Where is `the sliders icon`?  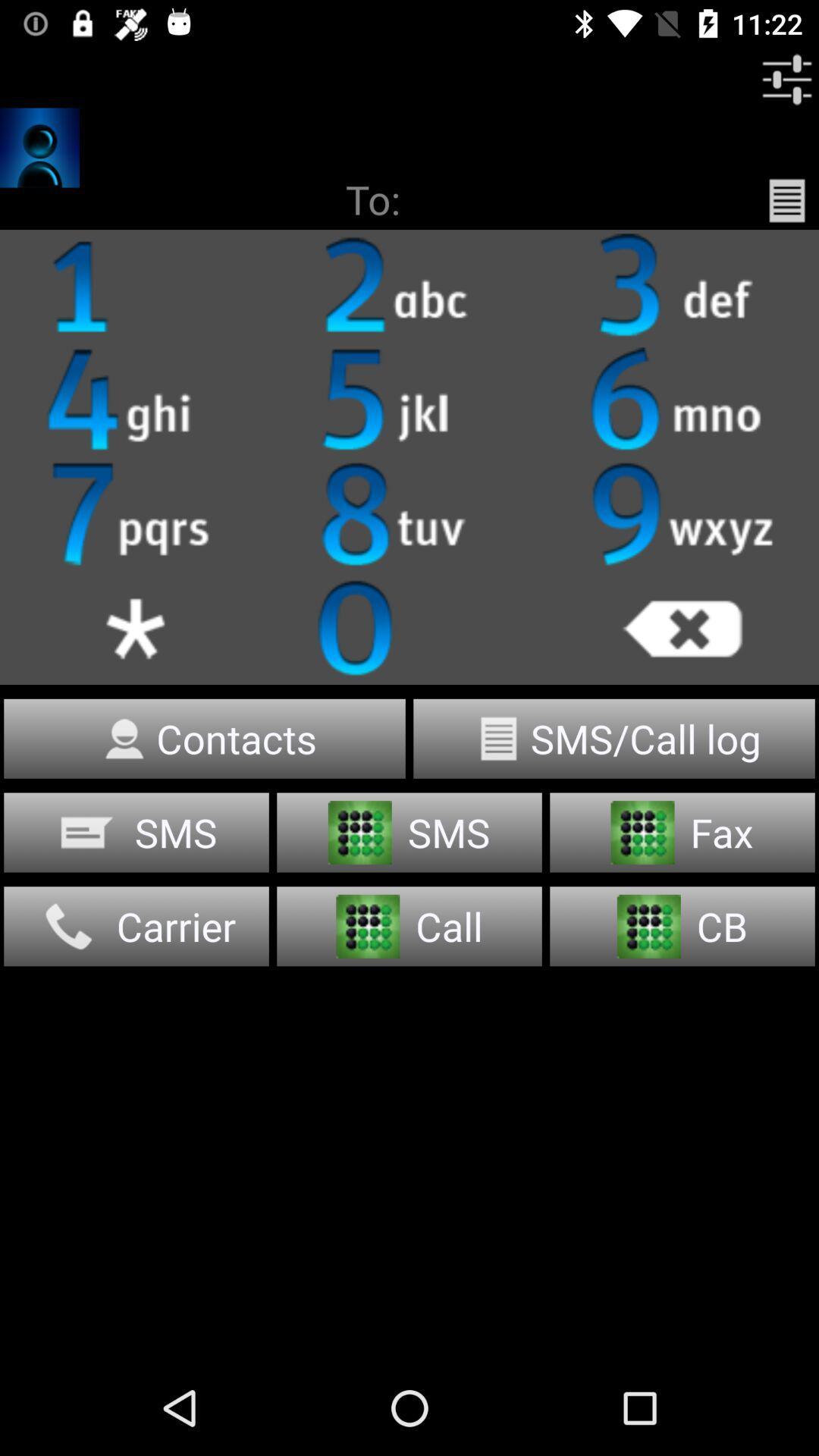 the sliders icon is located at coordinates (681, 287).